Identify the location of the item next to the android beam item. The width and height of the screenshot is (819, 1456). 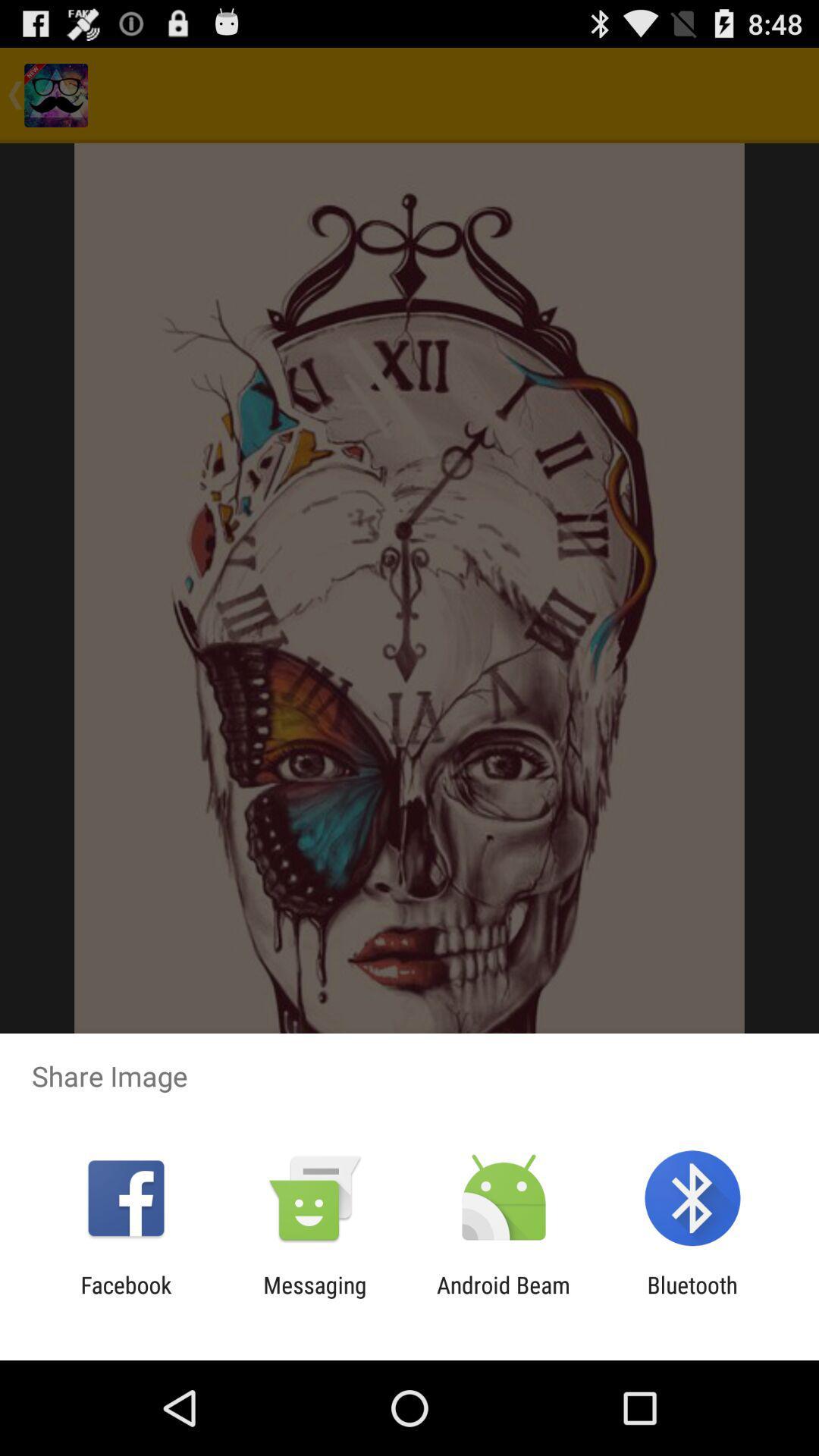
(314, 1298).